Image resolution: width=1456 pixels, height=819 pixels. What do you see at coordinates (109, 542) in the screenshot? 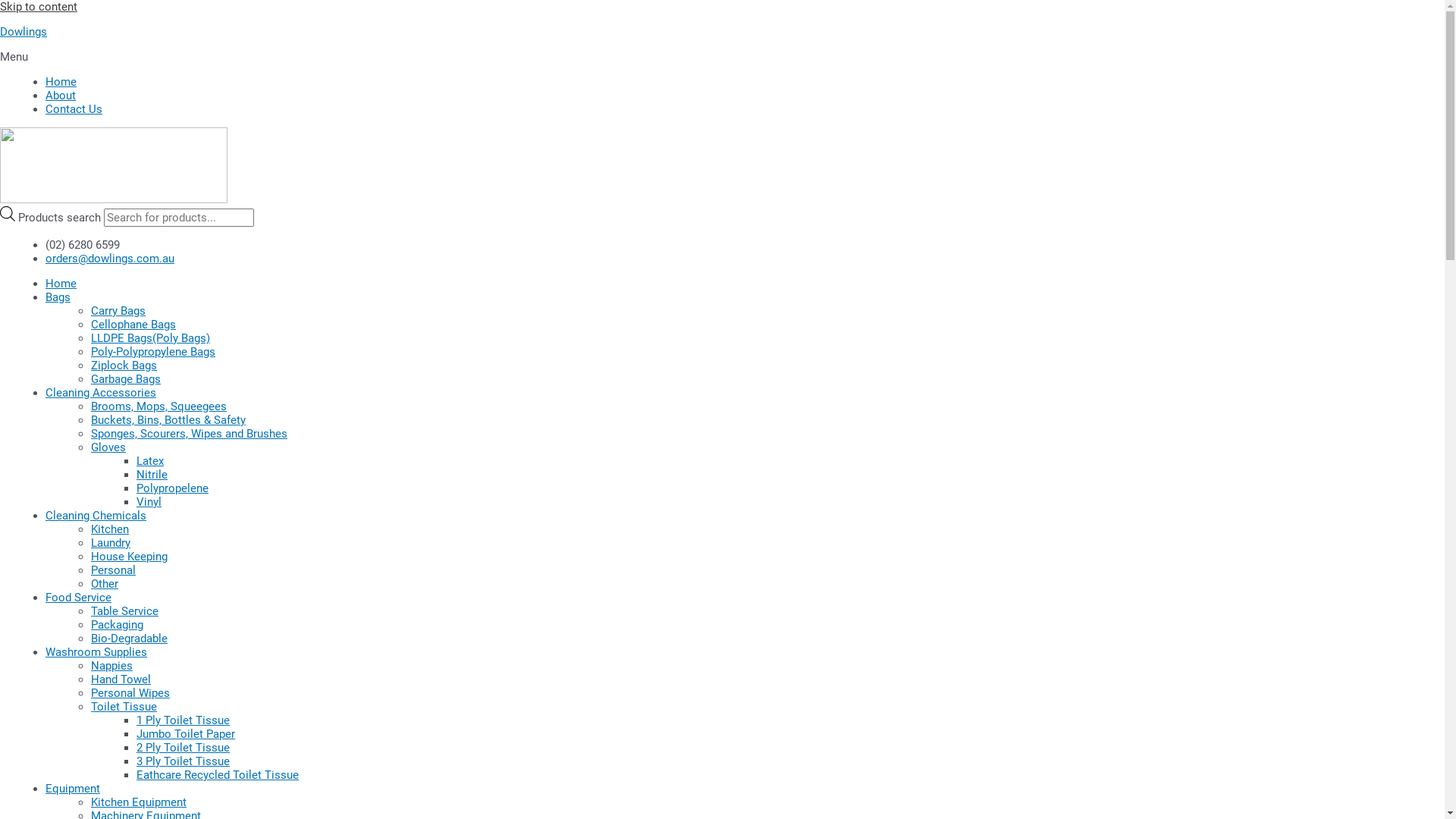
I see `'Laundry'` at bounding box center [109, 542].